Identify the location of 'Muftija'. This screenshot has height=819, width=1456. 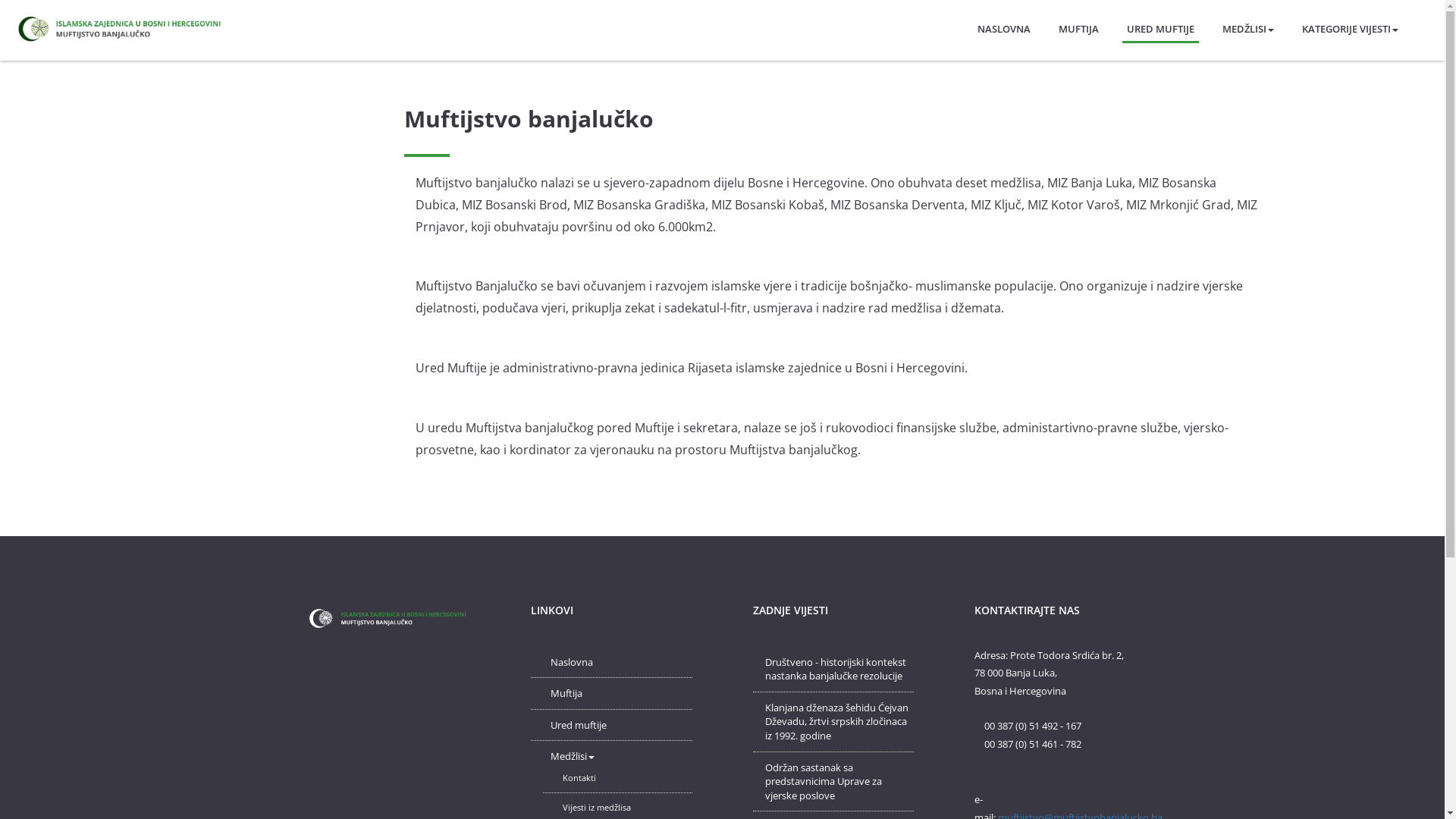
(566, 693).